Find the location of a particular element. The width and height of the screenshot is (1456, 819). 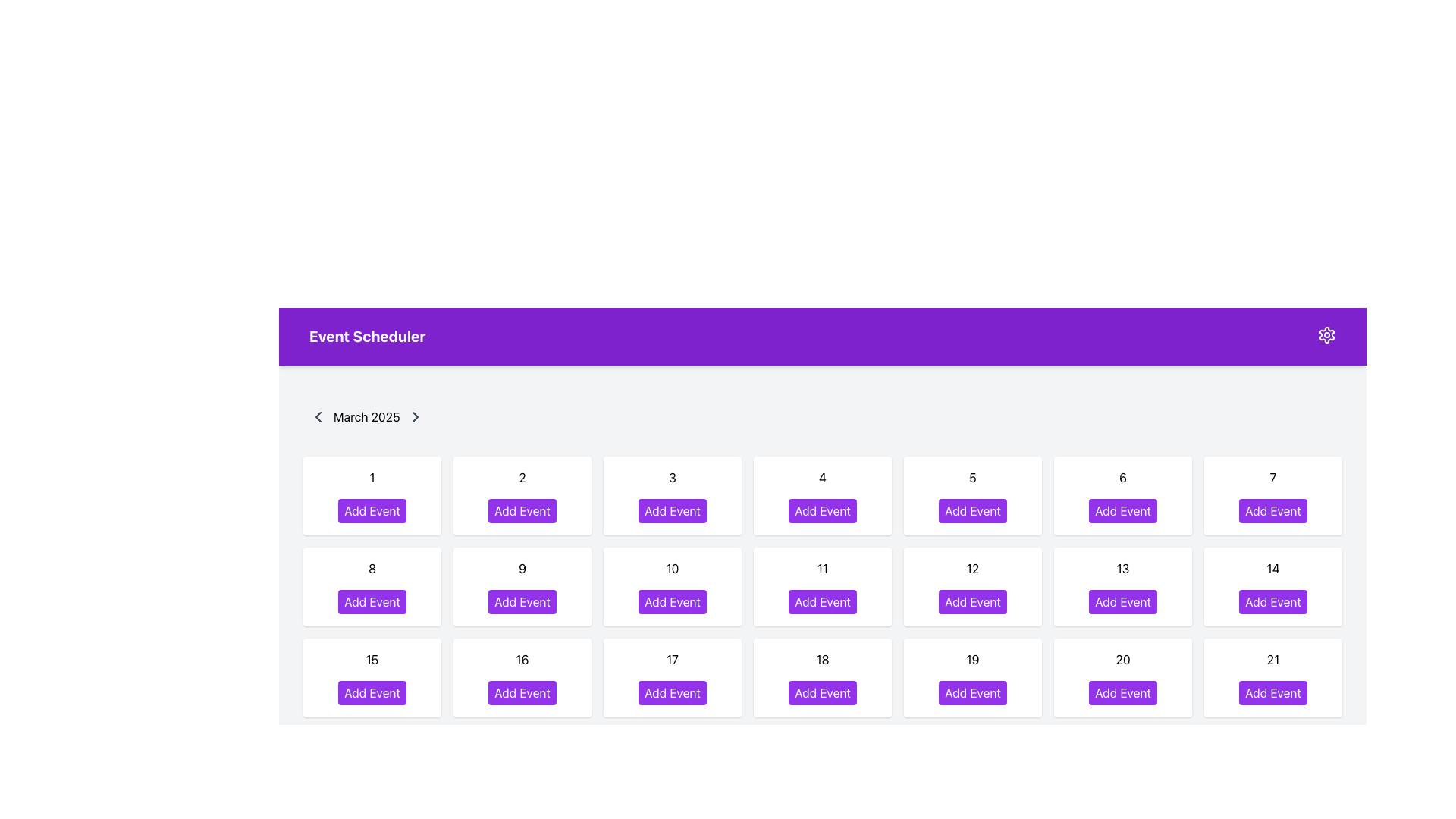

the right-facing chevron arrow icon located beside the 'March 2025' text is located at coordinates (415, 417).